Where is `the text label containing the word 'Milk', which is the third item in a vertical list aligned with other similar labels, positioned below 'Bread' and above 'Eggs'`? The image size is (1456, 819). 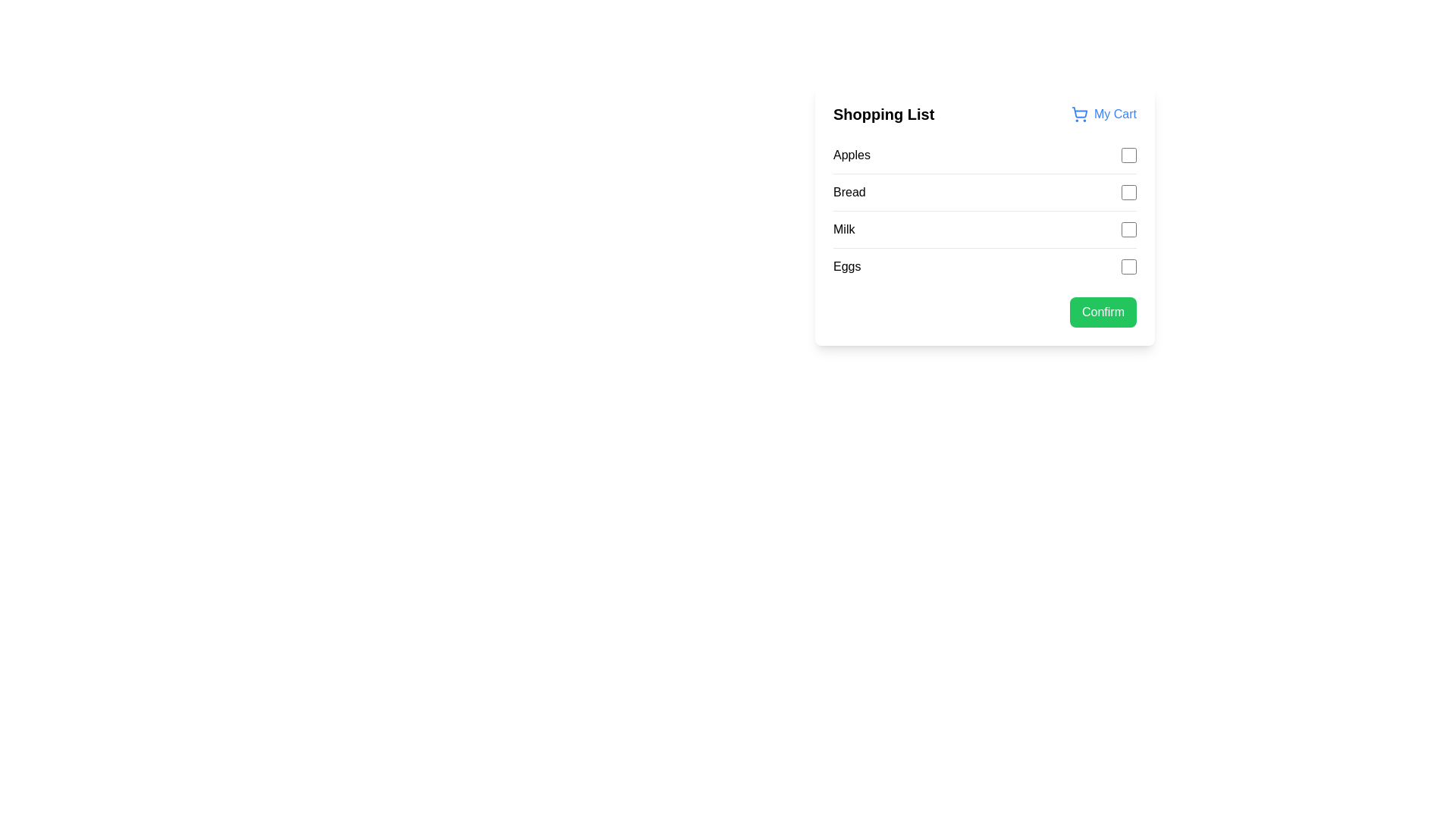 the text label containing the word 'Milk', which is the third item in a vertical list aligned with other similar labels, positioned below 'Bread' and above 'Eggs' is located at coordinates (843, 230).